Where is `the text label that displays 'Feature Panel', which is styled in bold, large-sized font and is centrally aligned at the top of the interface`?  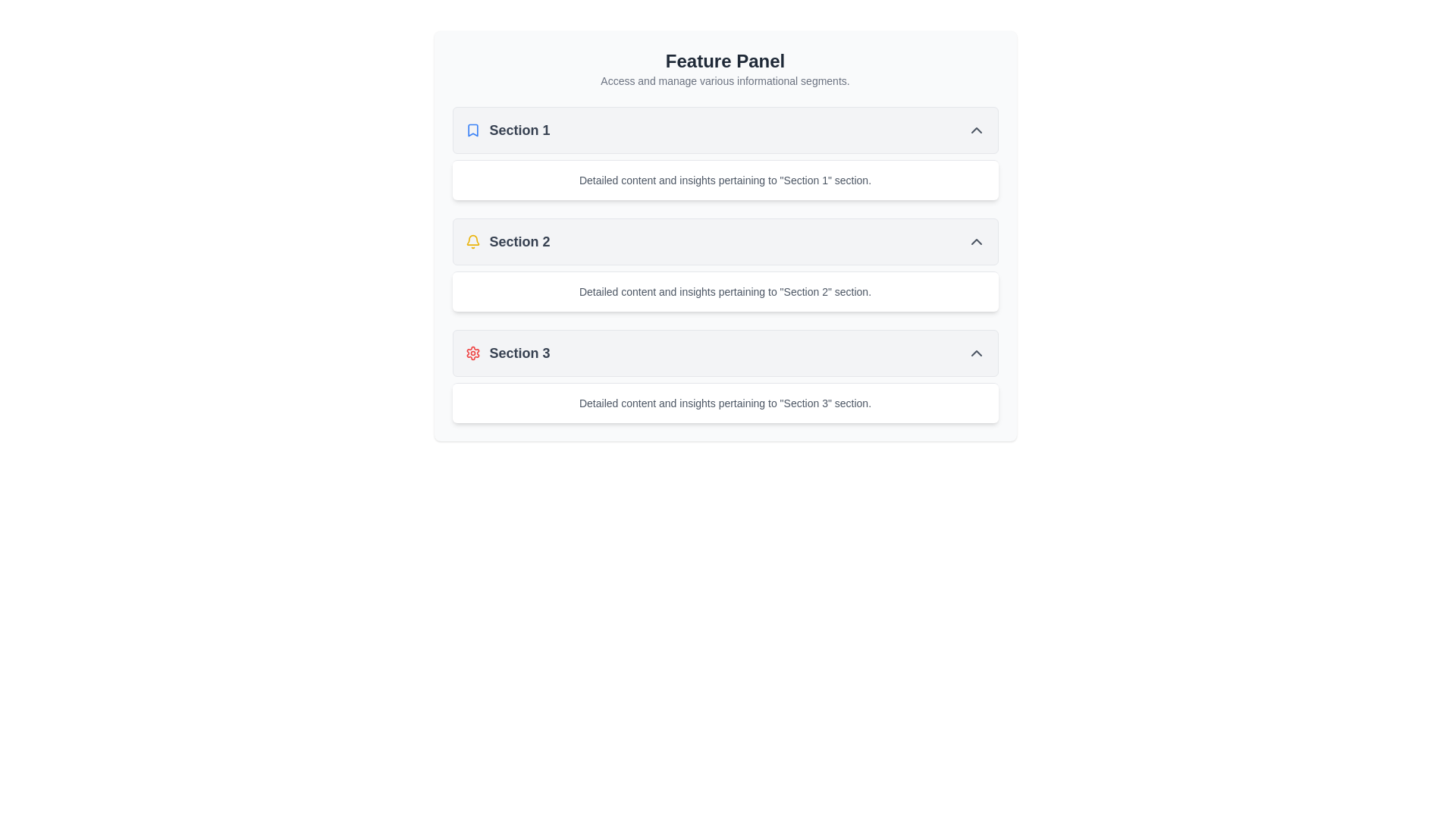 the text label that displays 'Feature Panel', which is styled in bold, large-sized font and is centrally aligned at the top of the interface is located at coordinates (724, 61).